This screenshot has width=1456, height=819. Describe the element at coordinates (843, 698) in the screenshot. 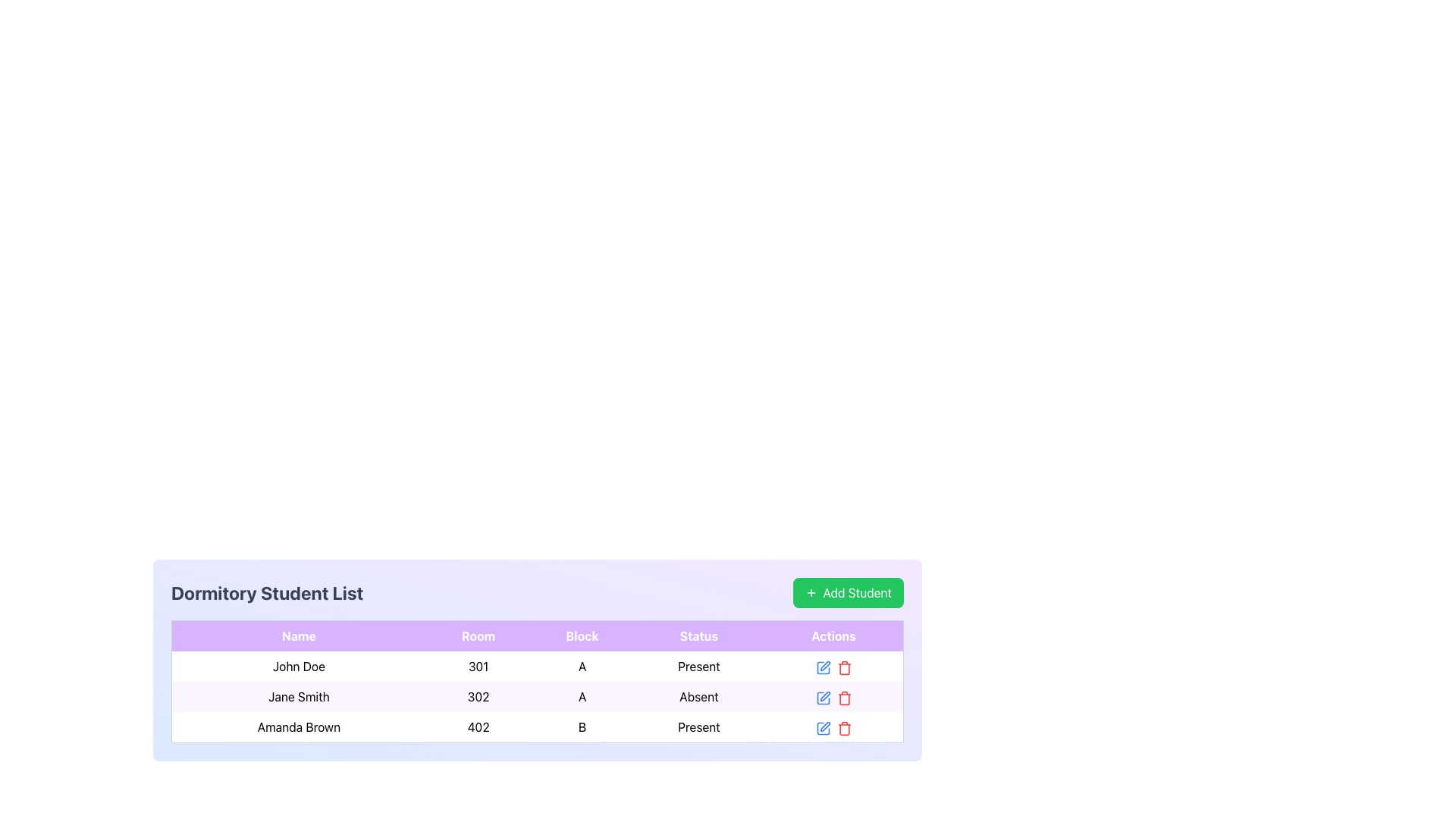

I see `the delete icon button in the Actions column of the table associated with the entry 'Jane Smith'` at that location.